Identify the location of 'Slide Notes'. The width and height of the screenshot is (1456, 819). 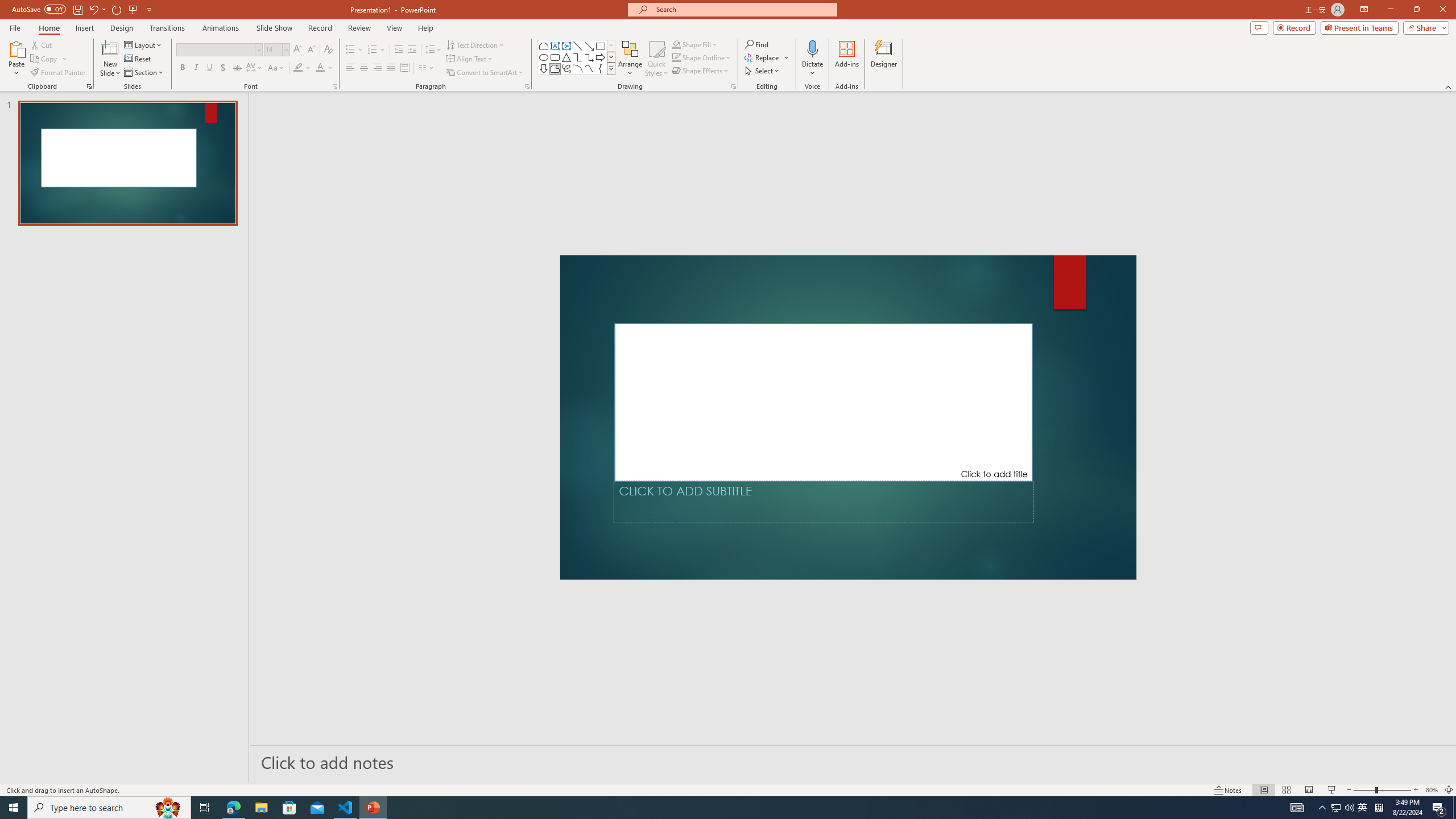
(853, 761).